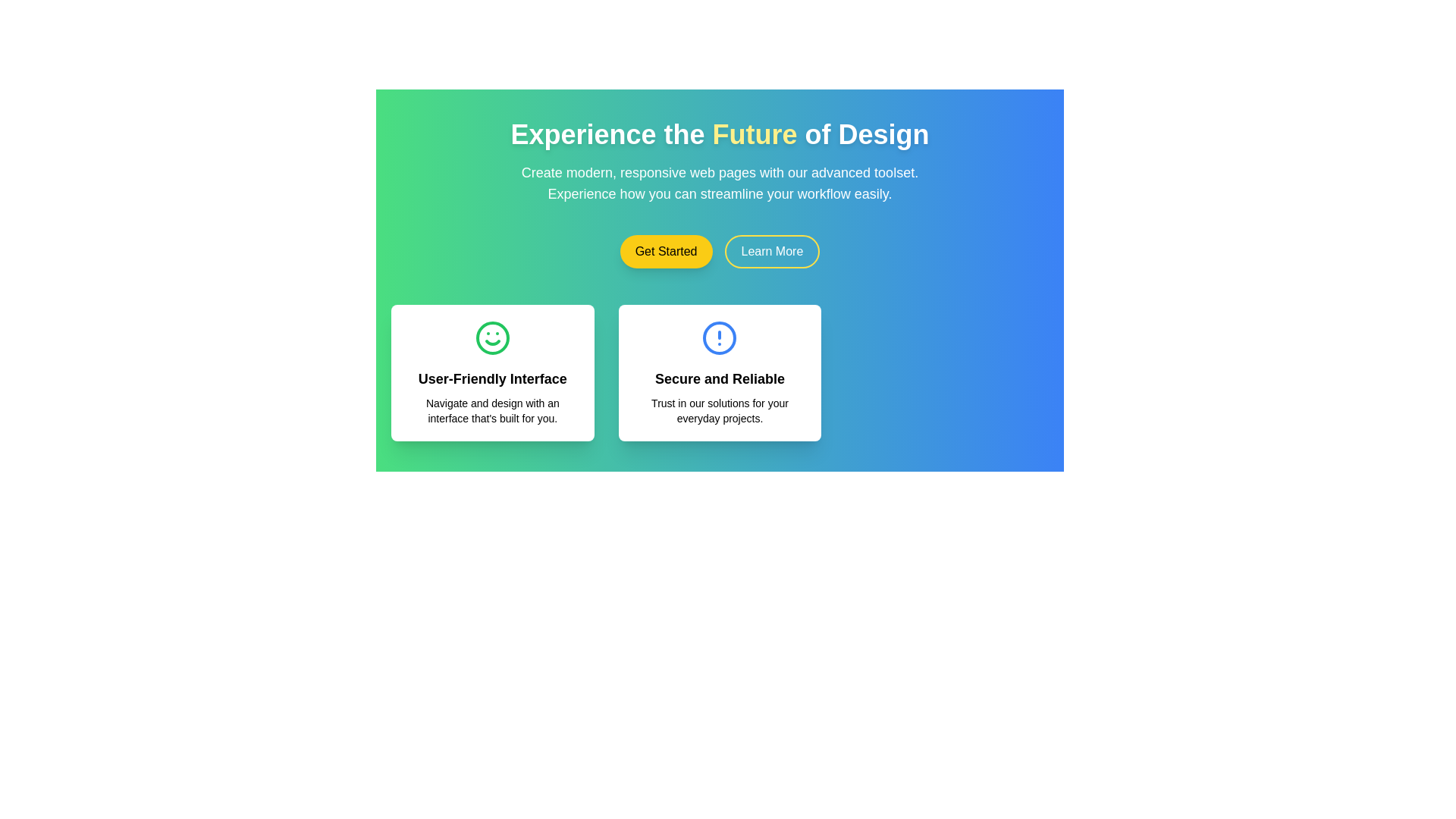 The height and width of the screenshot is (819, 1456). Describe the element at coordinates (772, 250) in the screenshot. I see `the call-to-action button located to the right of the 'Get Started' button` at that location.